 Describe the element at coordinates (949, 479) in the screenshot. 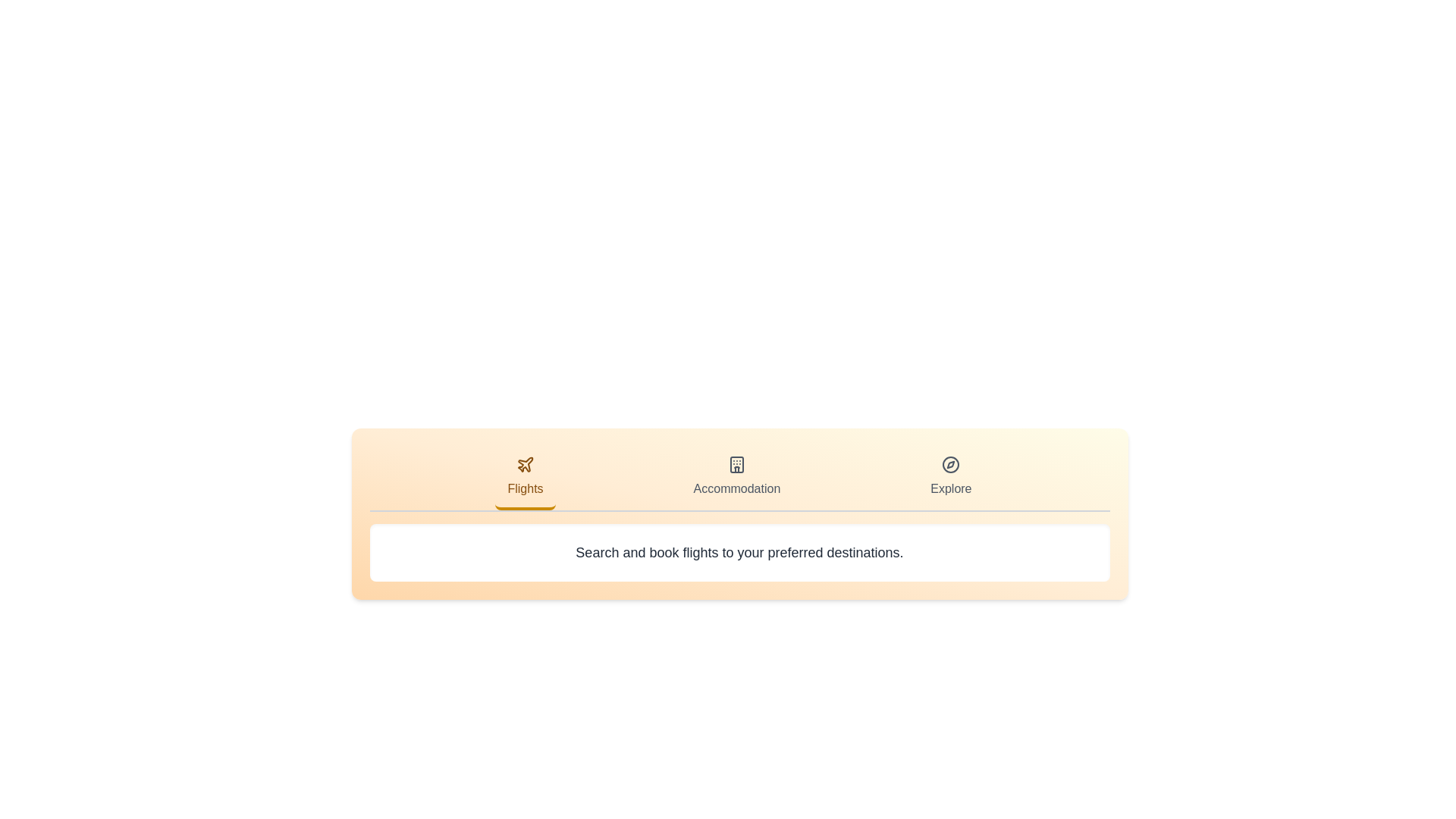

I see `the Explore tab to view its content` at that location.